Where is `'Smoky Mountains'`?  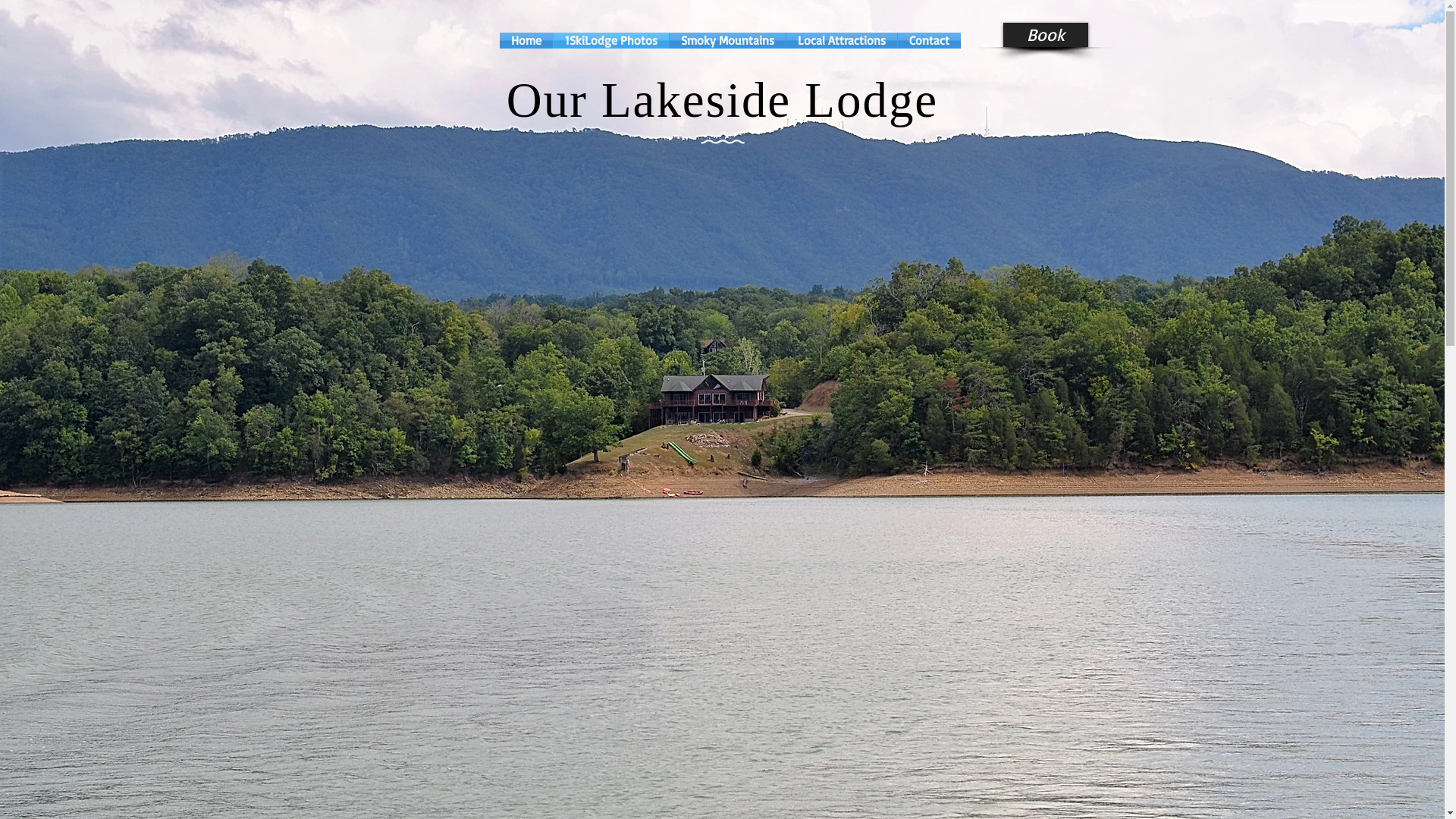 'Smoky Mountains' is located at coordinates (726, 39).